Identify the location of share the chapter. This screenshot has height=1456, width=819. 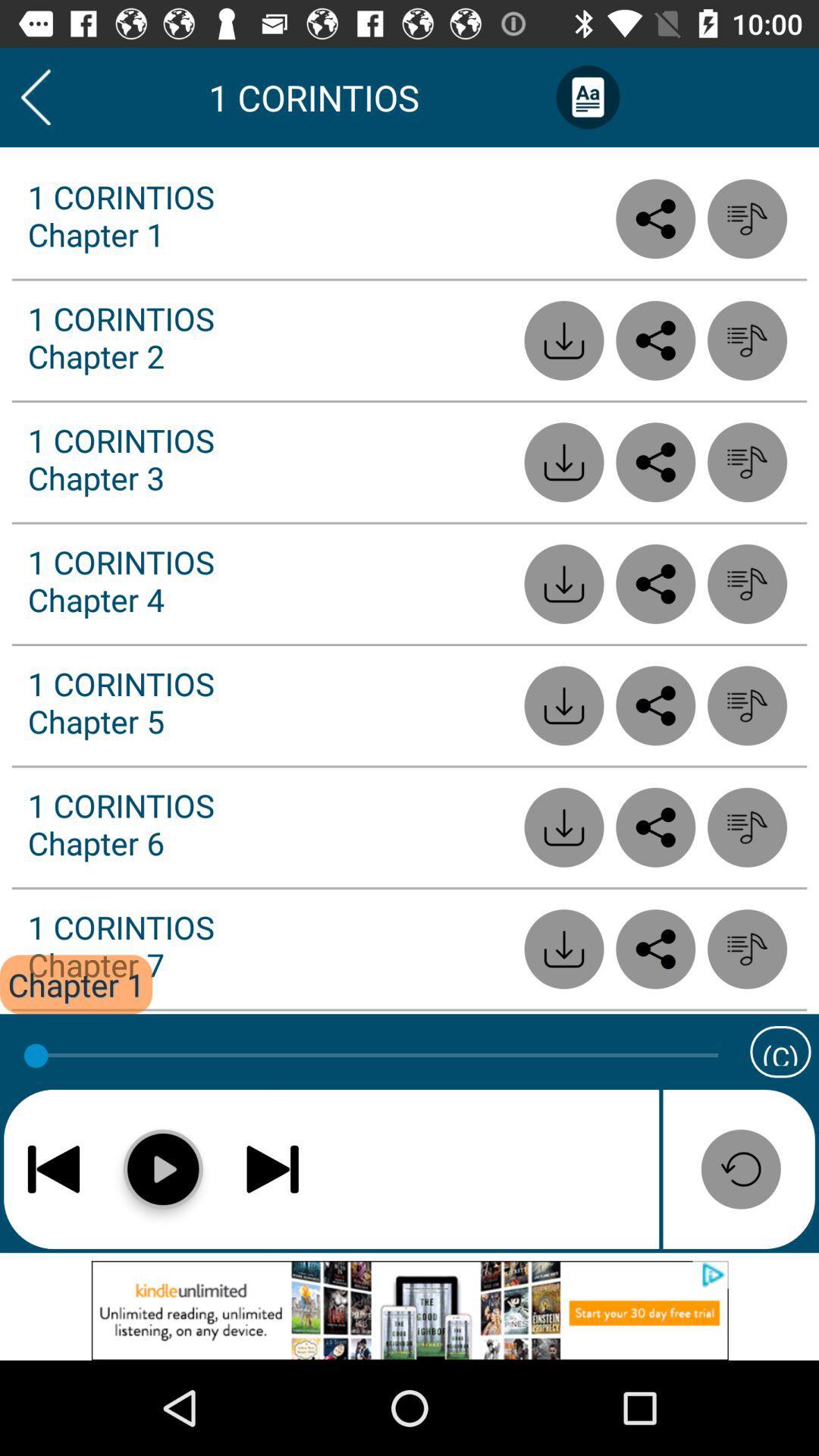
(654, 340).